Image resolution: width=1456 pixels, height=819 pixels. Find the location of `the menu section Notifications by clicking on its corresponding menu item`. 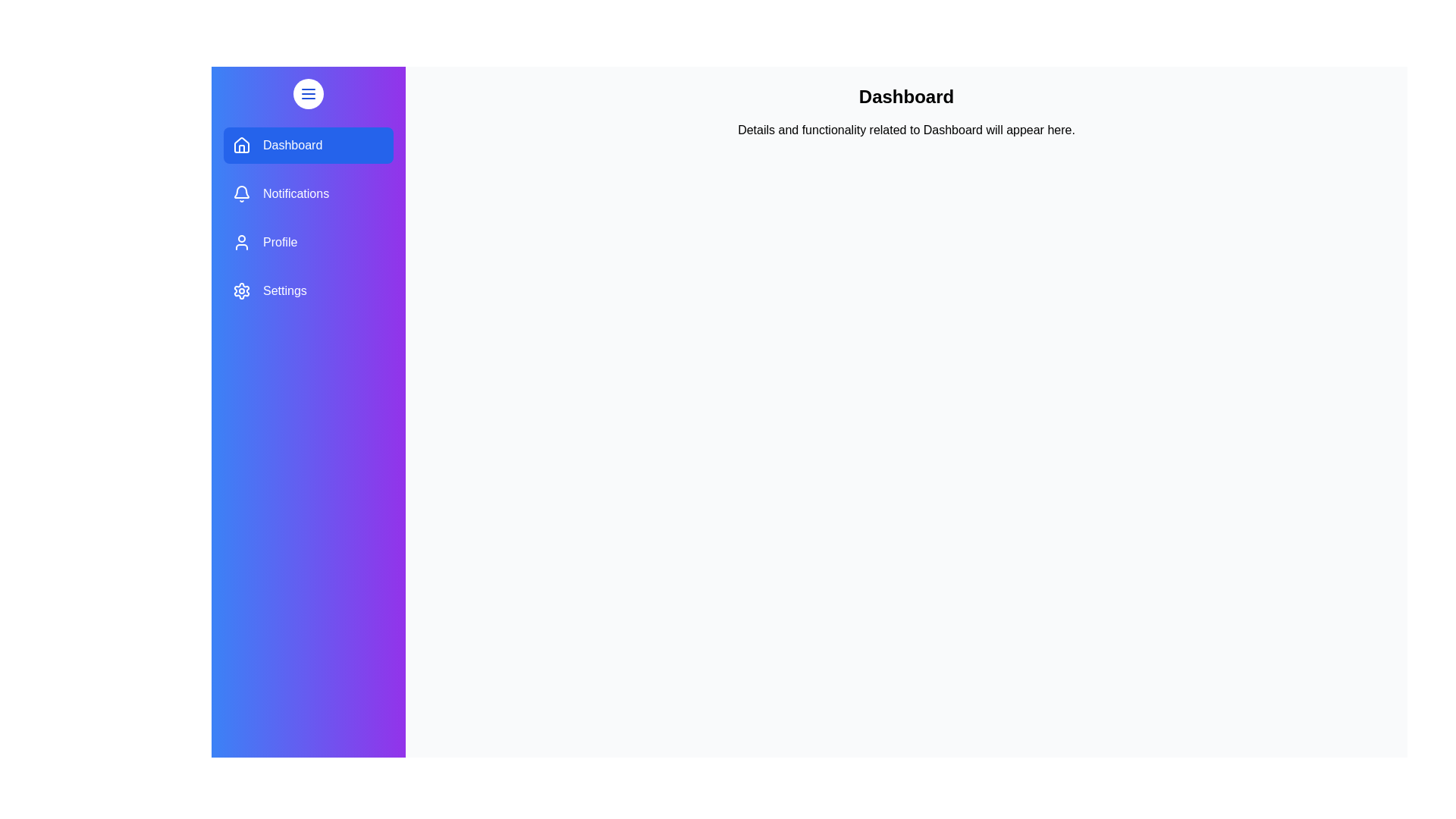

the menu section Notifications by clicking on its corresponding menu item is located at coordinates (308, 193).